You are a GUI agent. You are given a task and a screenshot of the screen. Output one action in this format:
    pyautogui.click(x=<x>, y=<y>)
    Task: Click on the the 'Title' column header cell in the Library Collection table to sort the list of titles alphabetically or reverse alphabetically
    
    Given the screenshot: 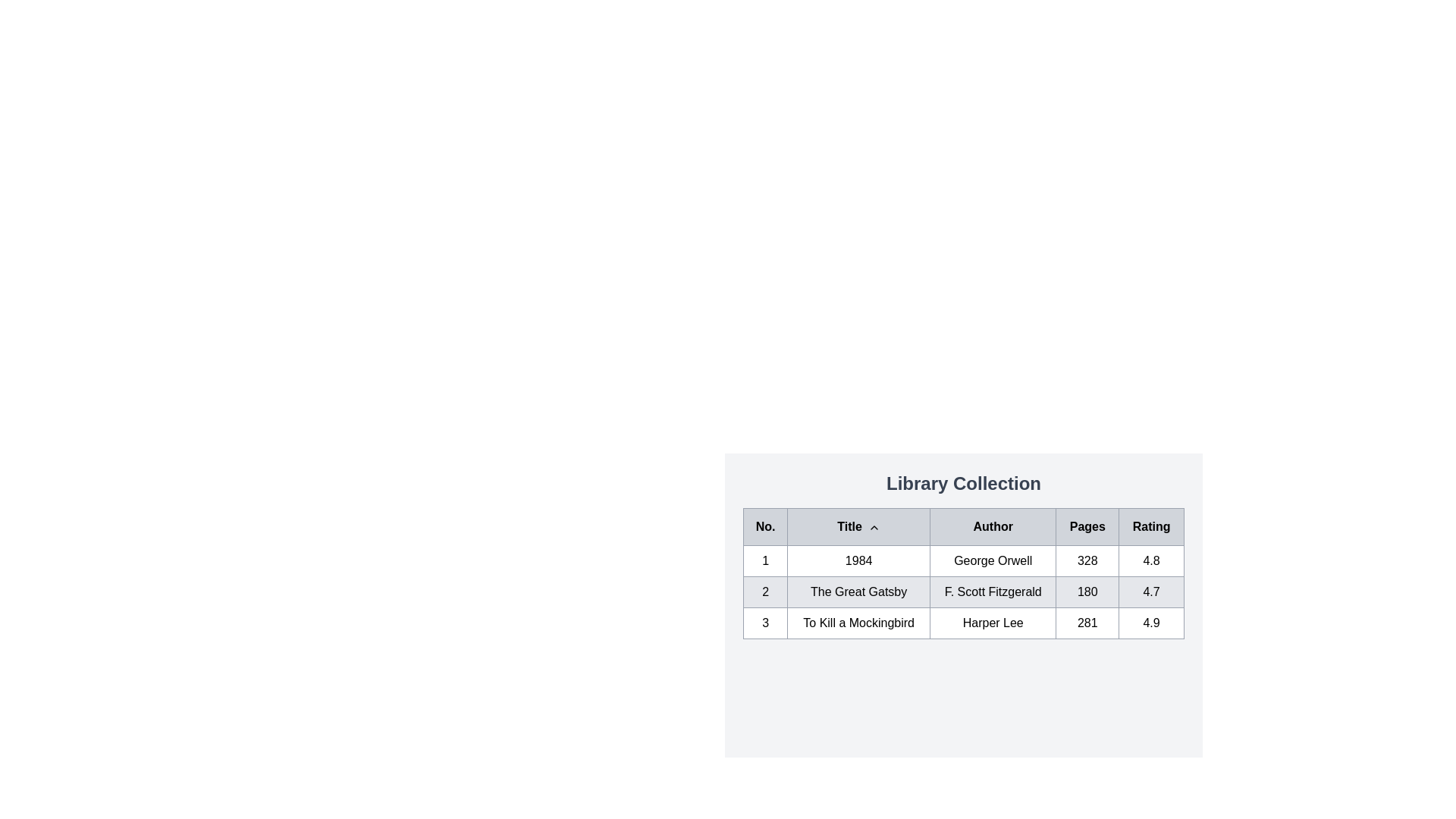 What is the action you would take?
    pyautogui.click(x=858, y=526)
    